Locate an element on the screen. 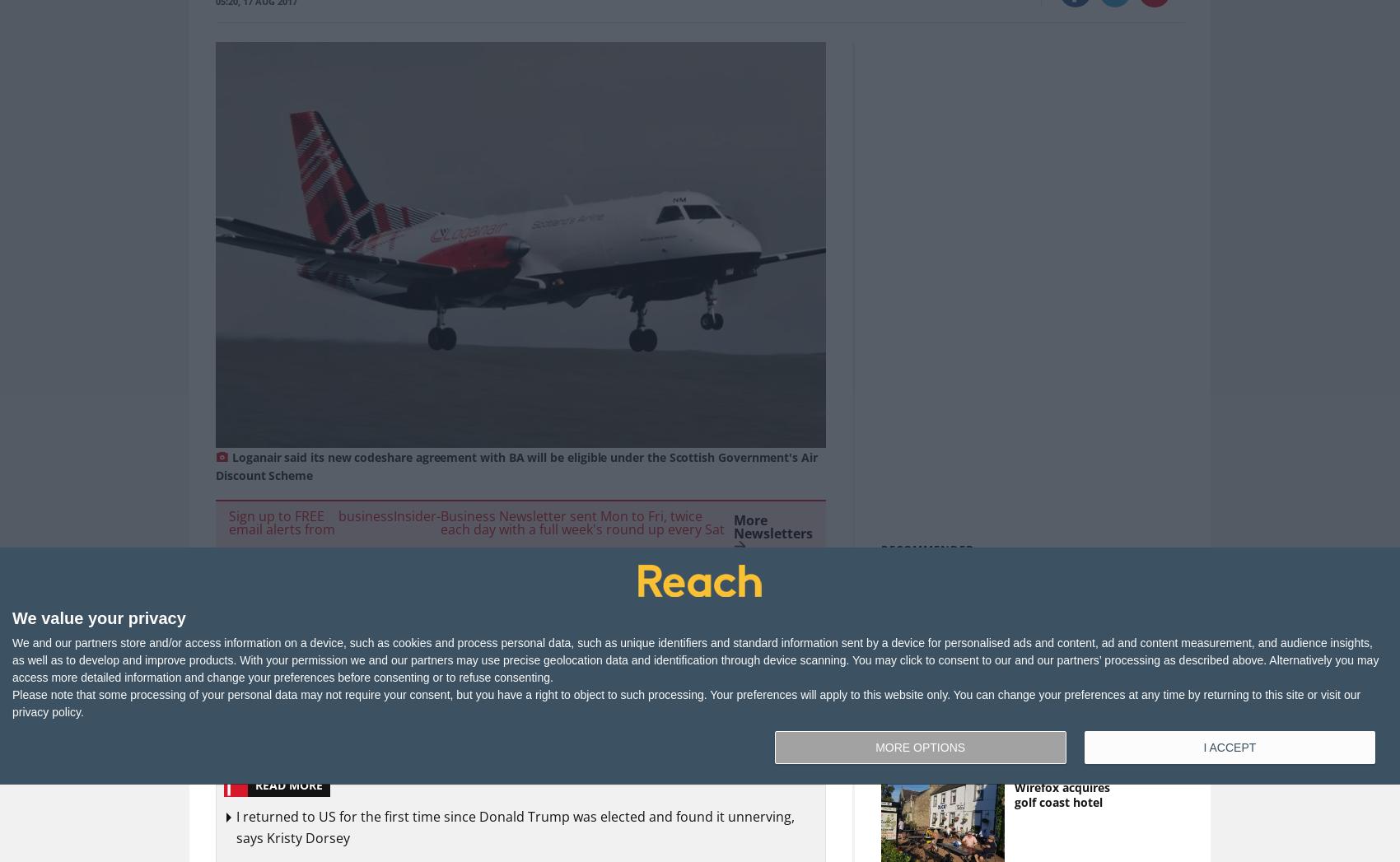 Image resolution: width=1400 pixels, height=862 pixels. 'Regional airline Loganair has signed a new expanded codeshare agreement with British Airways, allowing Highlands and Islands customers to connect to global services.' is located at coordinates (215, 665).